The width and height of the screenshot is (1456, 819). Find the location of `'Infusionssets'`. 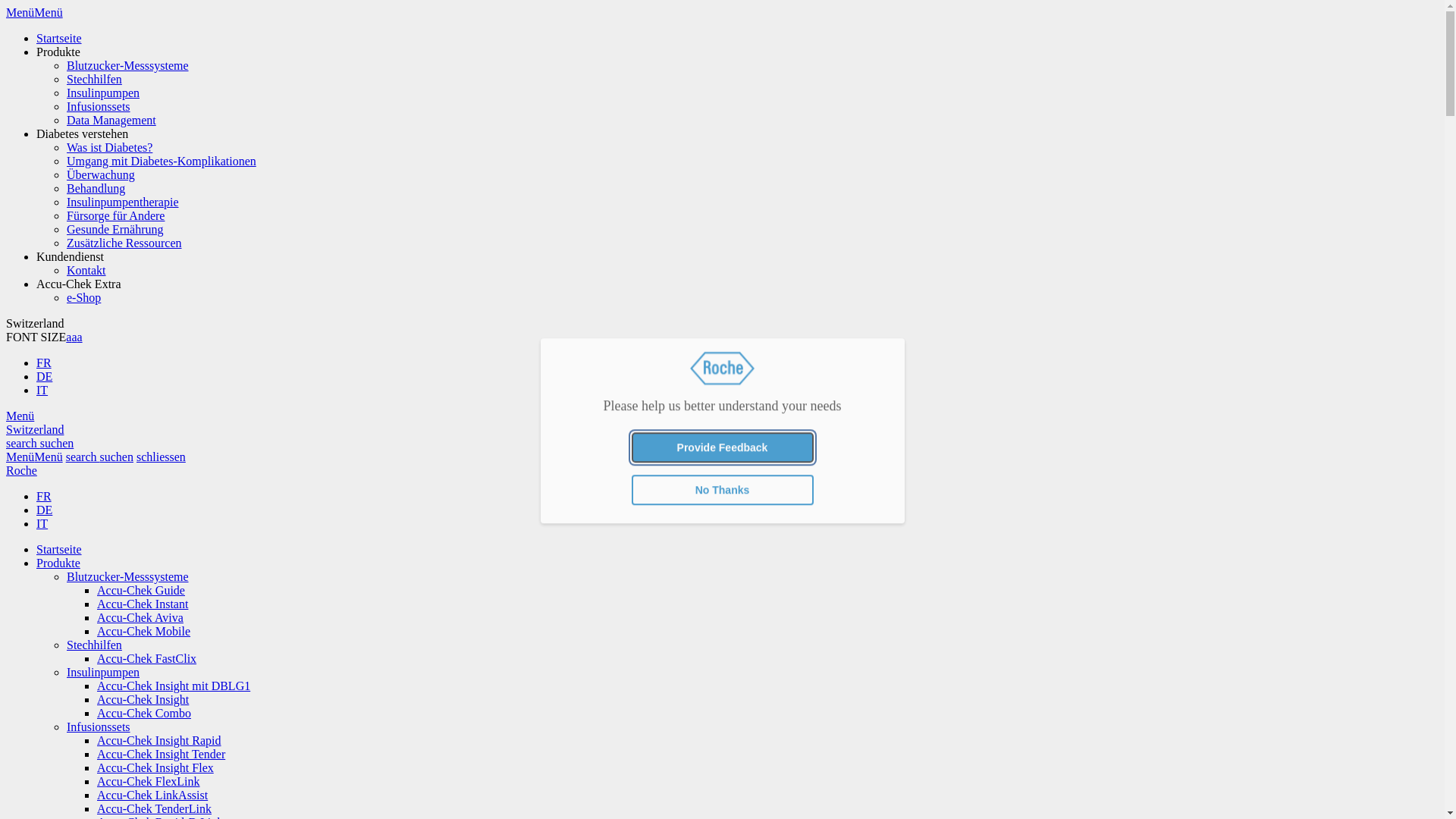

'Infusionssets' is located at coordinates (97, 105).